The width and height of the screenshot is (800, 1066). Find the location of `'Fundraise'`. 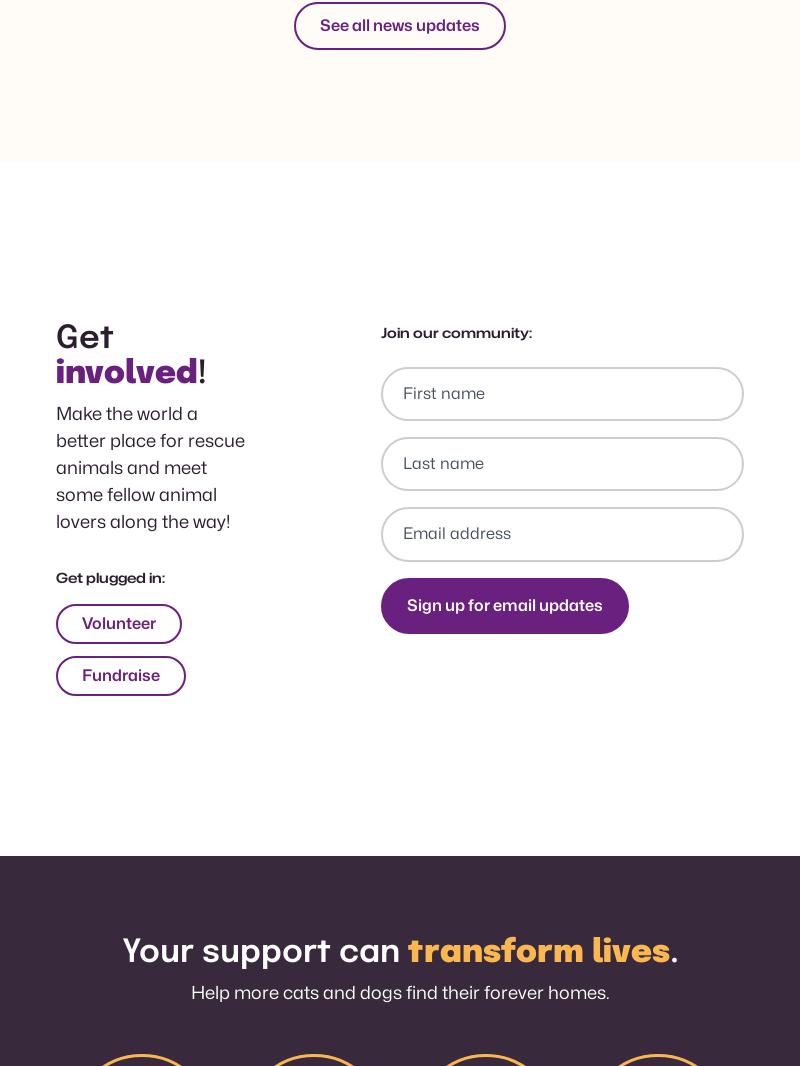

'Fundraise' is located at coordinates (119, 674).